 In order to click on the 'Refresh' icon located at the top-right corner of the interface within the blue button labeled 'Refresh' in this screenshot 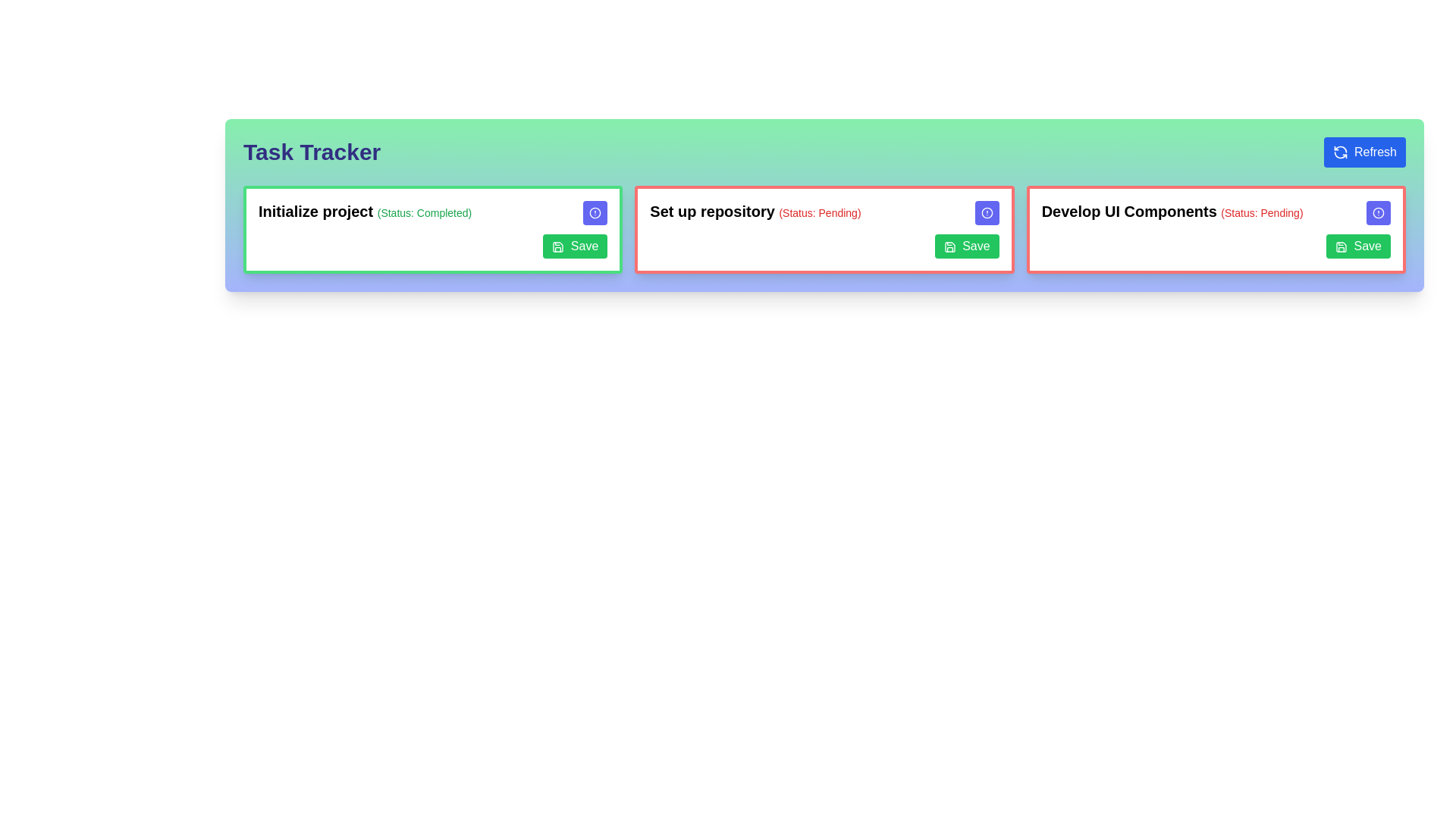, I will do `click(1340, 152)`.